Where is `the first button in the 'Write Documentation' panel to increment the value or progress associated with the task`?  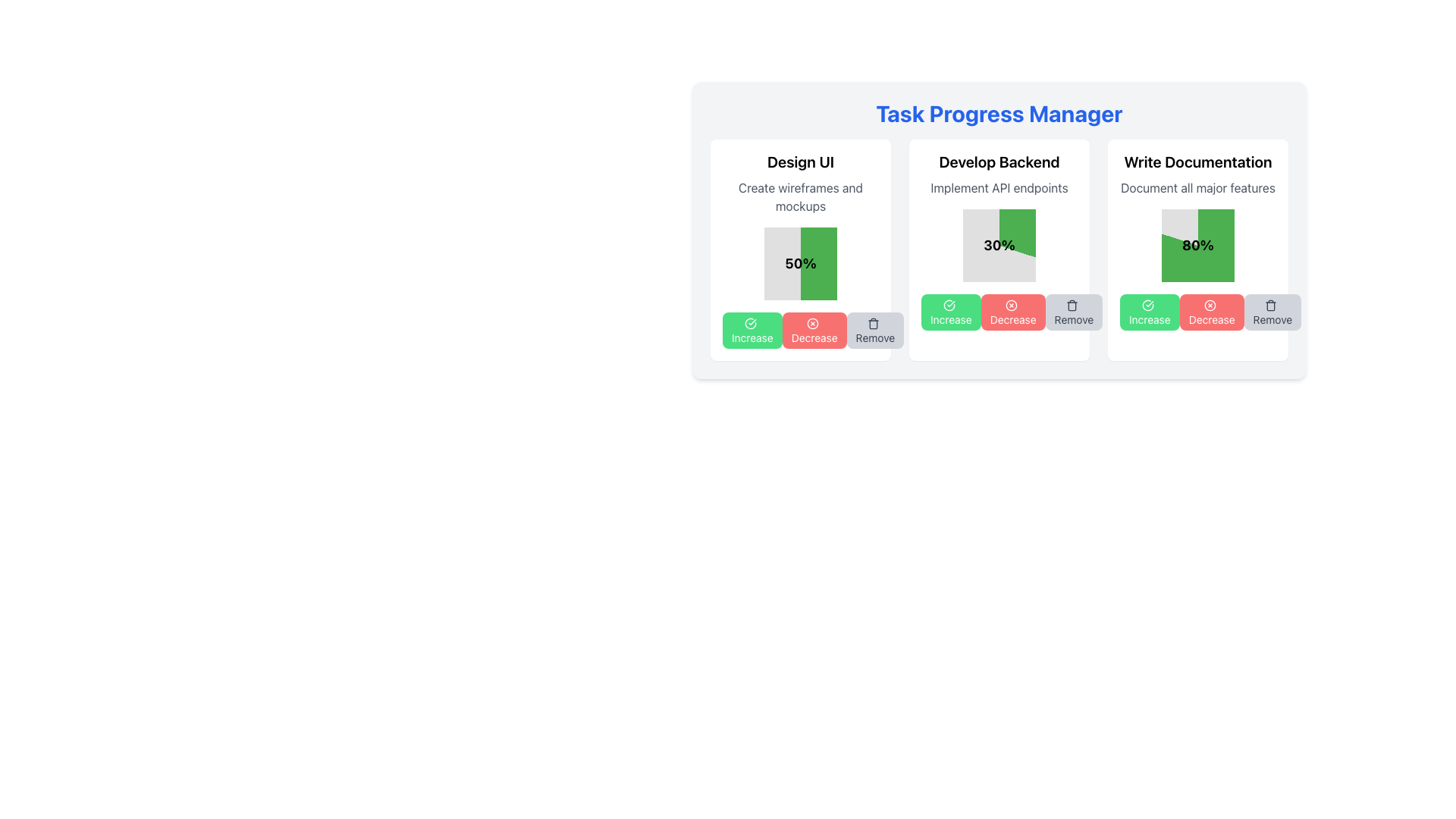 the first button in the 'Write Documentation' panel to increment the value or progress associated with the task is located at coordinates (1150, 312).